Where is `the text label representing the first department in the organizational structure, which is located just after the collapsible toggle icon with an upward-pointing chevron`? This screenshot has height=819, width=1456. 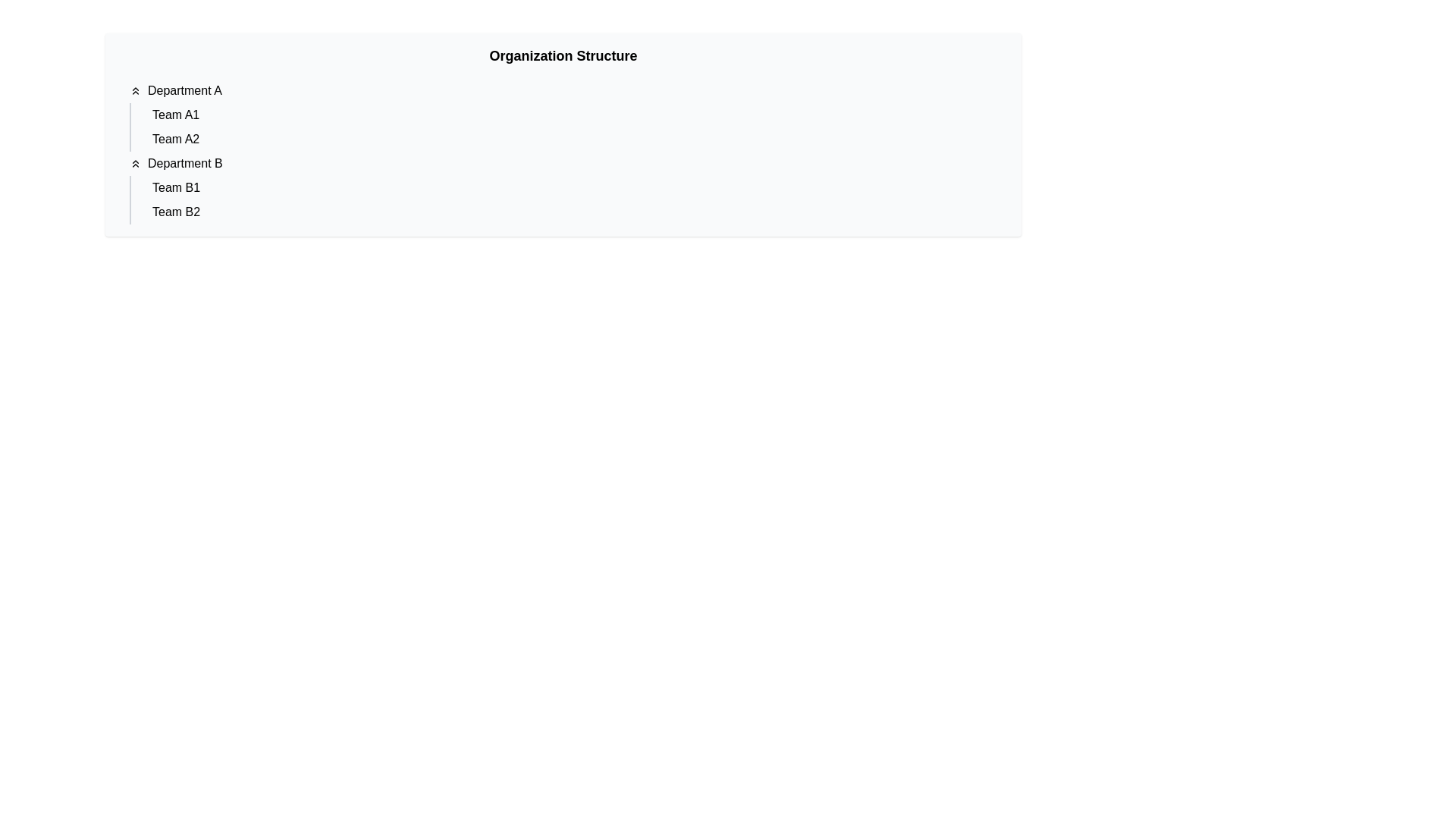
the text label representing the first department in the organizational structure, which is located just after the collapsible toggle icon with an upward-pointing chevron is located at coordinates (184, 90).